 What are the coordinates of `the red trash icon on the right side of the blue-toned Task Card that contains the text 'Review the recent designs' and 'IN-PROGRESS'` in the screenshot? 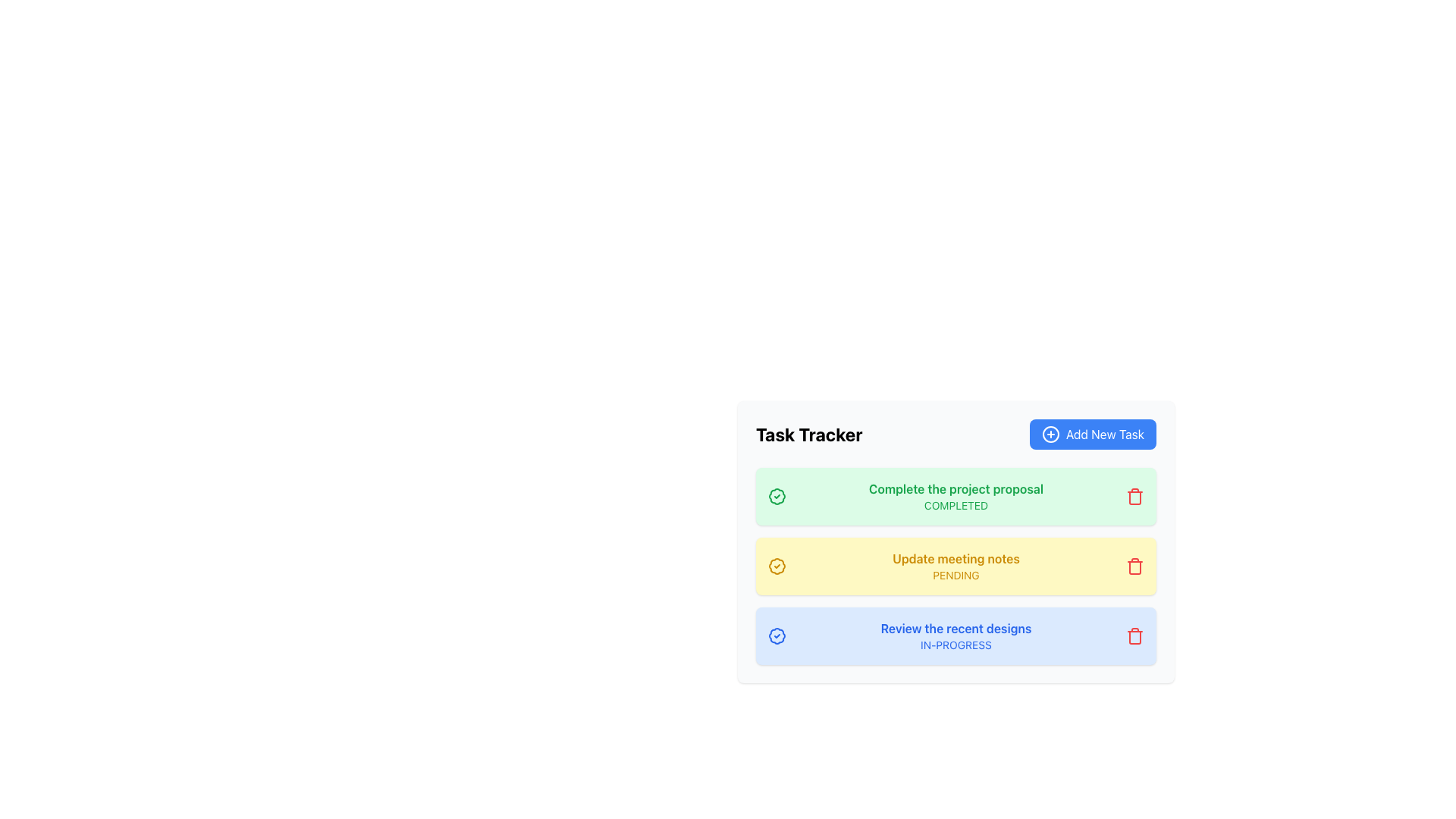 It's located at (955, 636).